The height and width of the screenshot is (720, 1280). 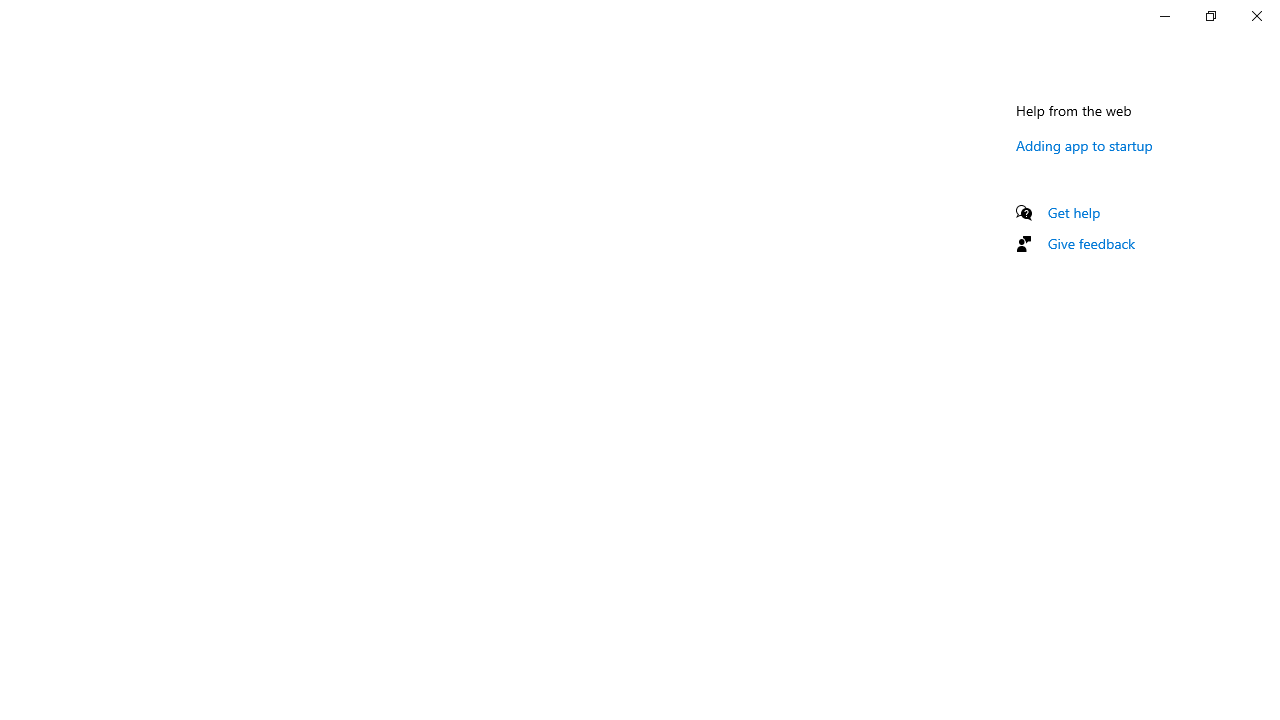 I want to click on 'Adding app to startup', so click(x=1083, y=144).